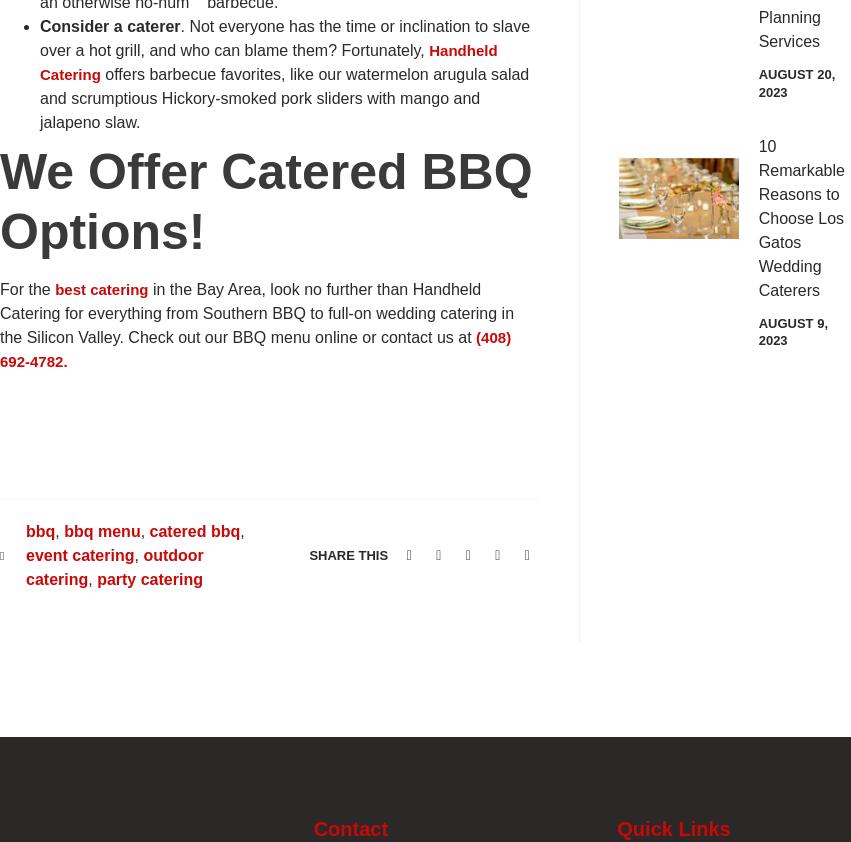 The height and width of the screenshot is (842, 851). I want to click on 'Quick Links', so click(616, 829).